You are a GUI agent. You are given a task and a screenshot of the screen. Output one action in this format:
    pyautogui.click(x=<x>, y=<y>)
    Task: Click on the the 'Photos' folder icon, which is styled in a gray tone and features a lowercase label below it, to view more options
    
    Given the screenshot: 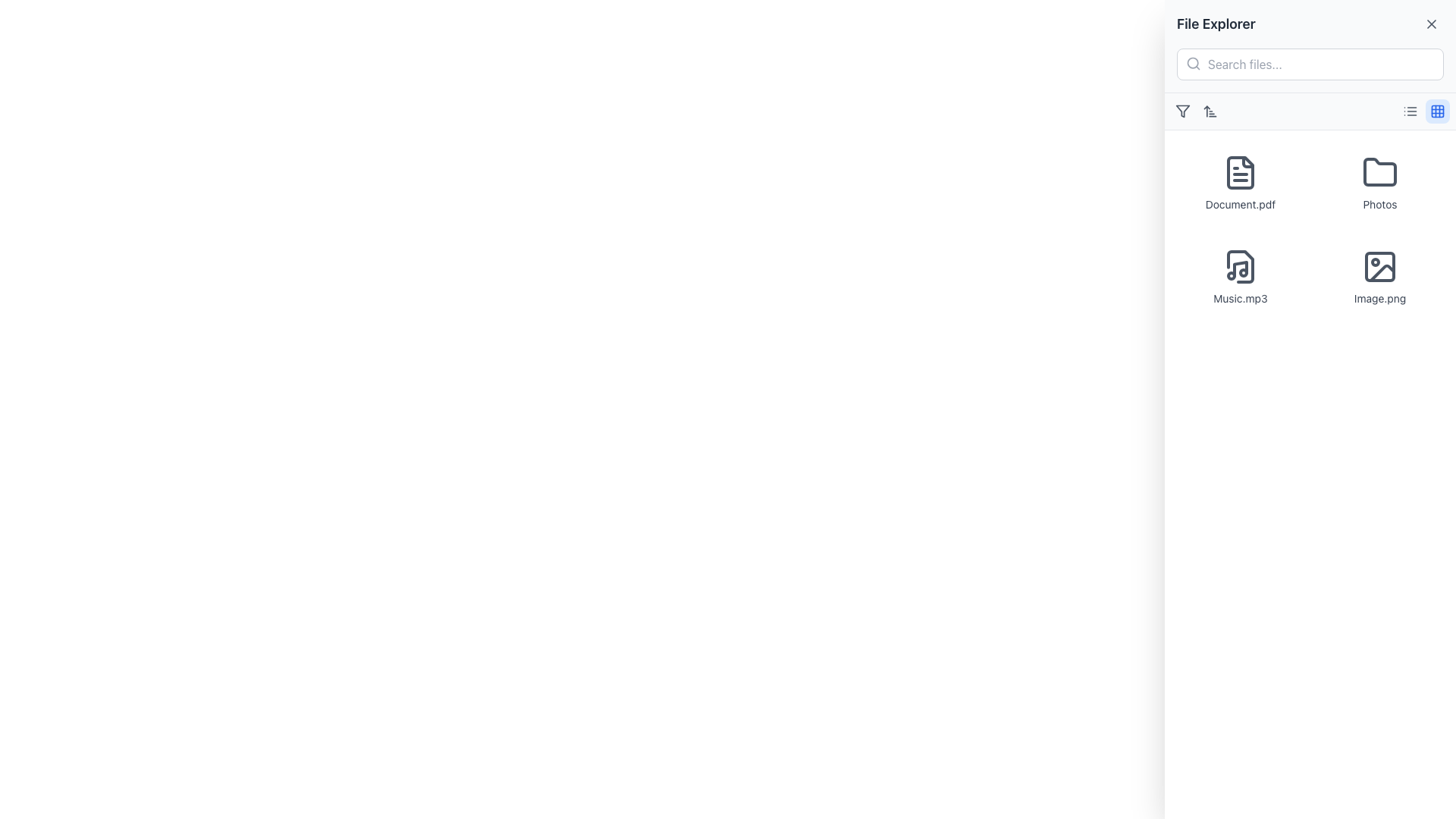 What is the action you would take?
    pyautogui.click(x=1379, y=183)
    